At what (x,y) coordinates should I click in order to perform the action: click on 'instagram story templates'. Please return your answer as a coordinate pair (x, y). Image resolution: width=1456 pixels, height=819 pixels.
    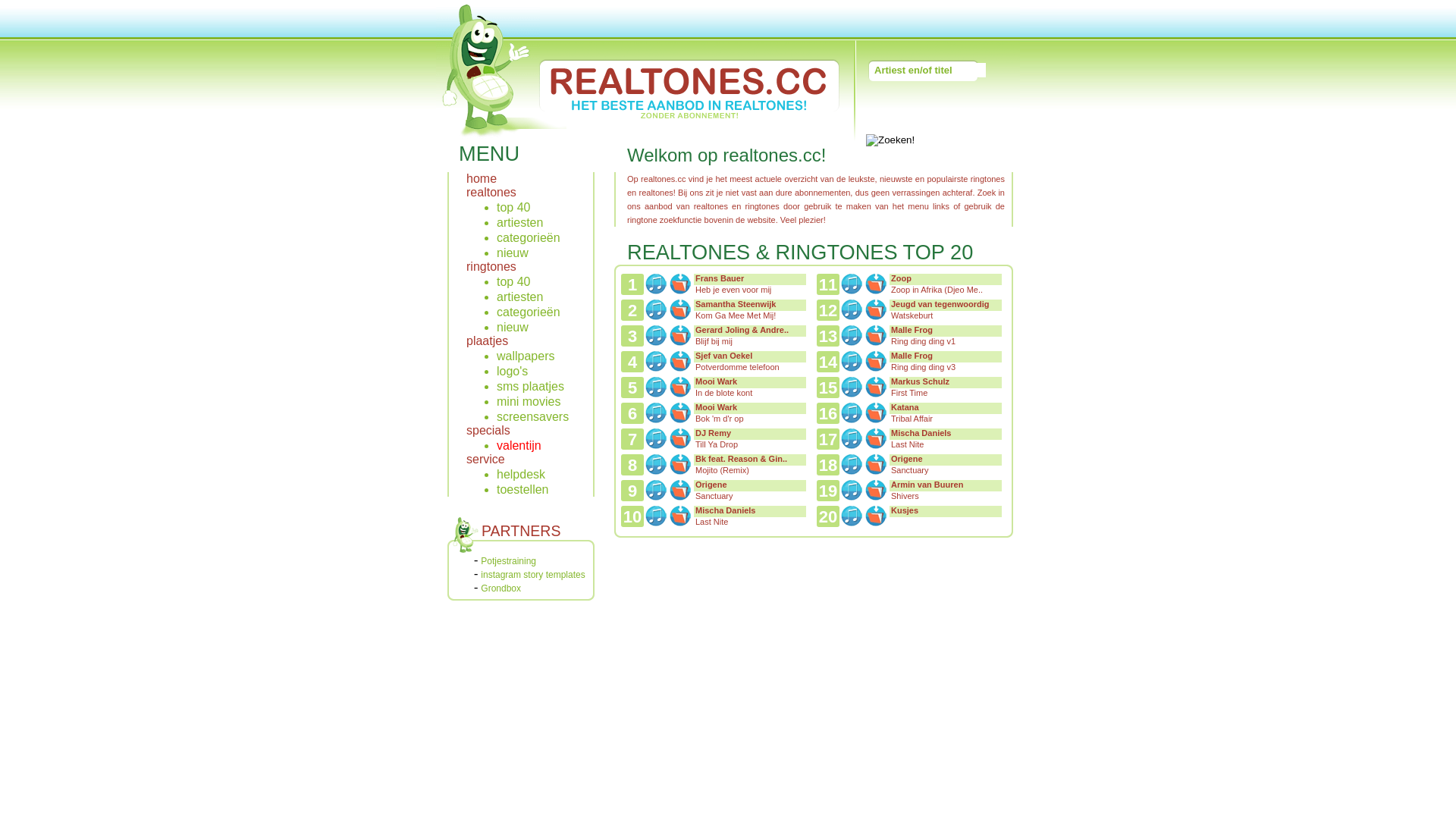
    Looking at the image, I should click on (532, 575).